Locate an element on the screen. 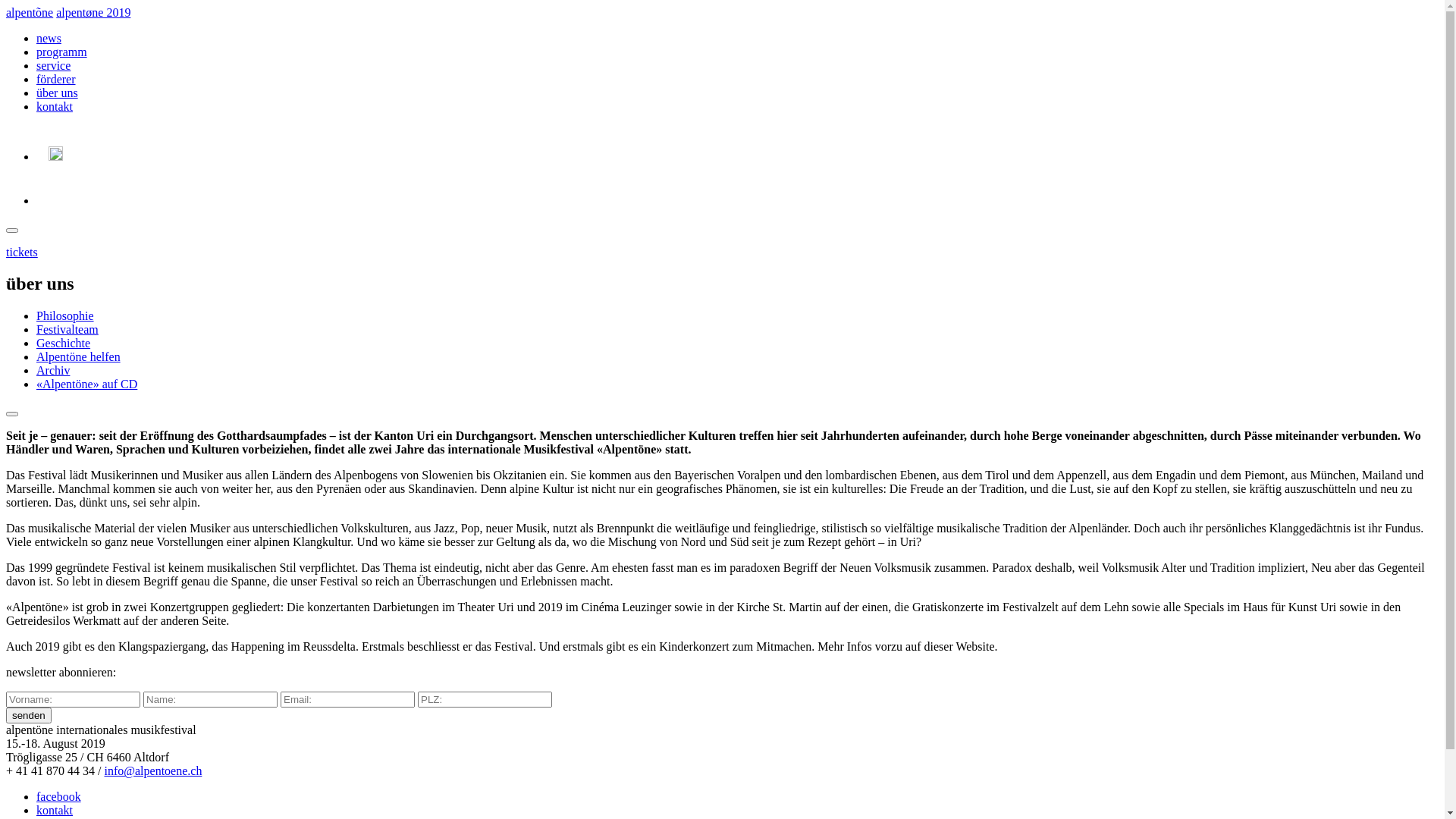  'programm' is located at coordinates (61, 51).